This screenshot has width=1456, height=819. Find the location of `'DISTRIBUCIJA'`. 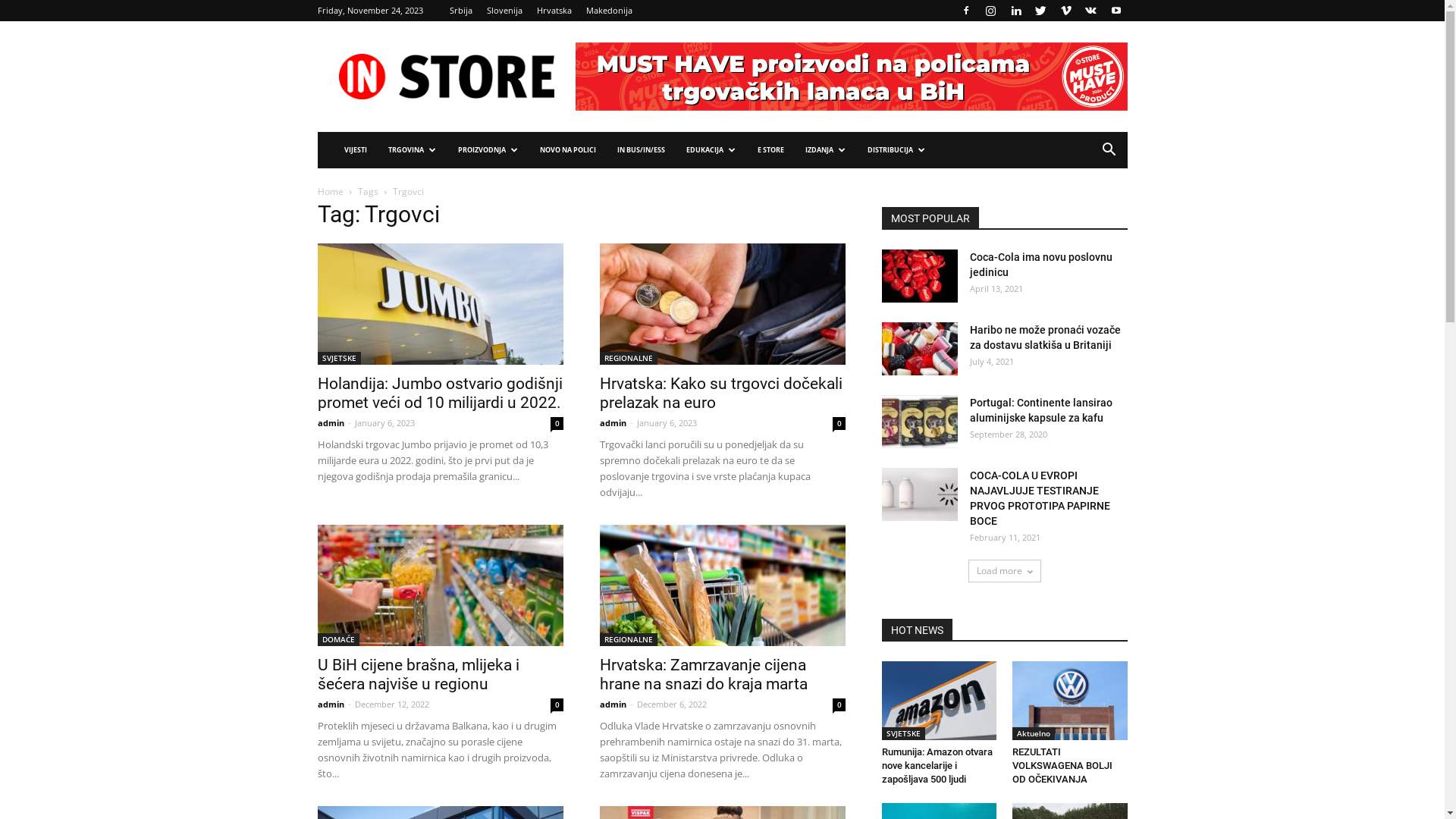

'DISTRIBUCIJA' is located at coordinates (896, 149).